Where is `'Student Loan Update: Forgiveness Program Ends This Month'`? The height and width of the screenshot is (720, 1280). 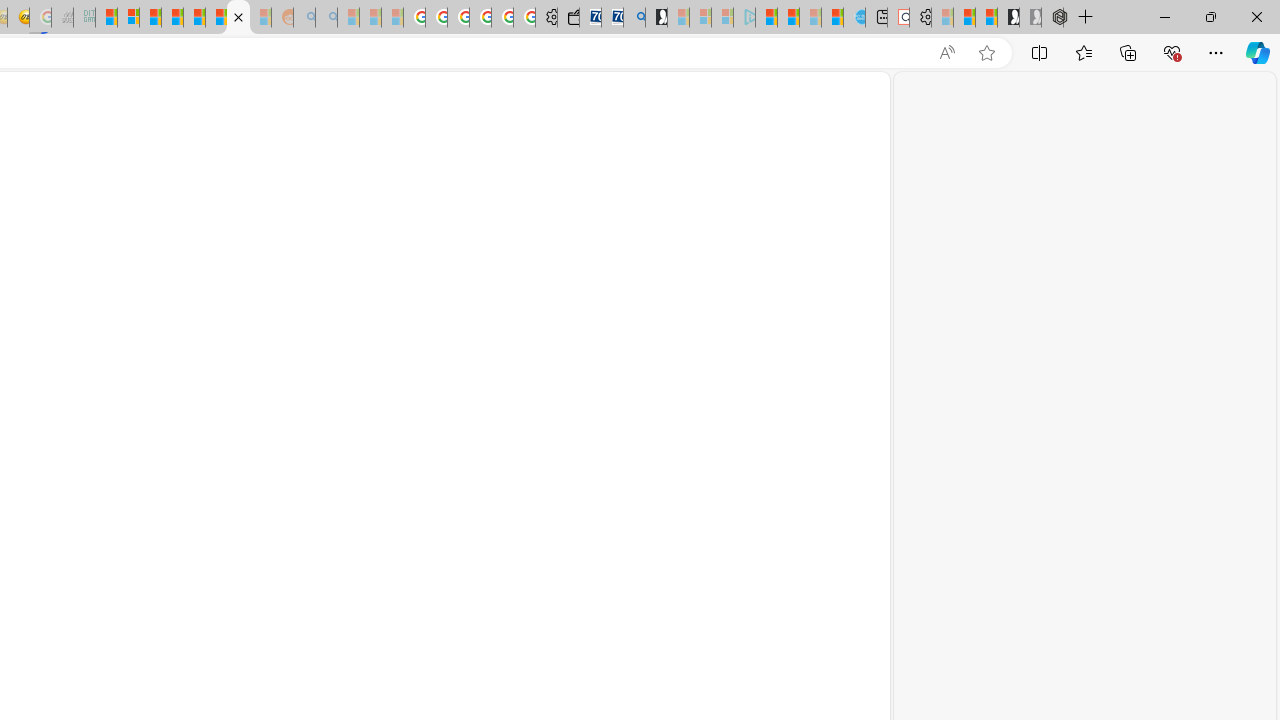
'Student Loan Update: Forgiveness Program Ends This Month' is located at coordinates (172, 17).